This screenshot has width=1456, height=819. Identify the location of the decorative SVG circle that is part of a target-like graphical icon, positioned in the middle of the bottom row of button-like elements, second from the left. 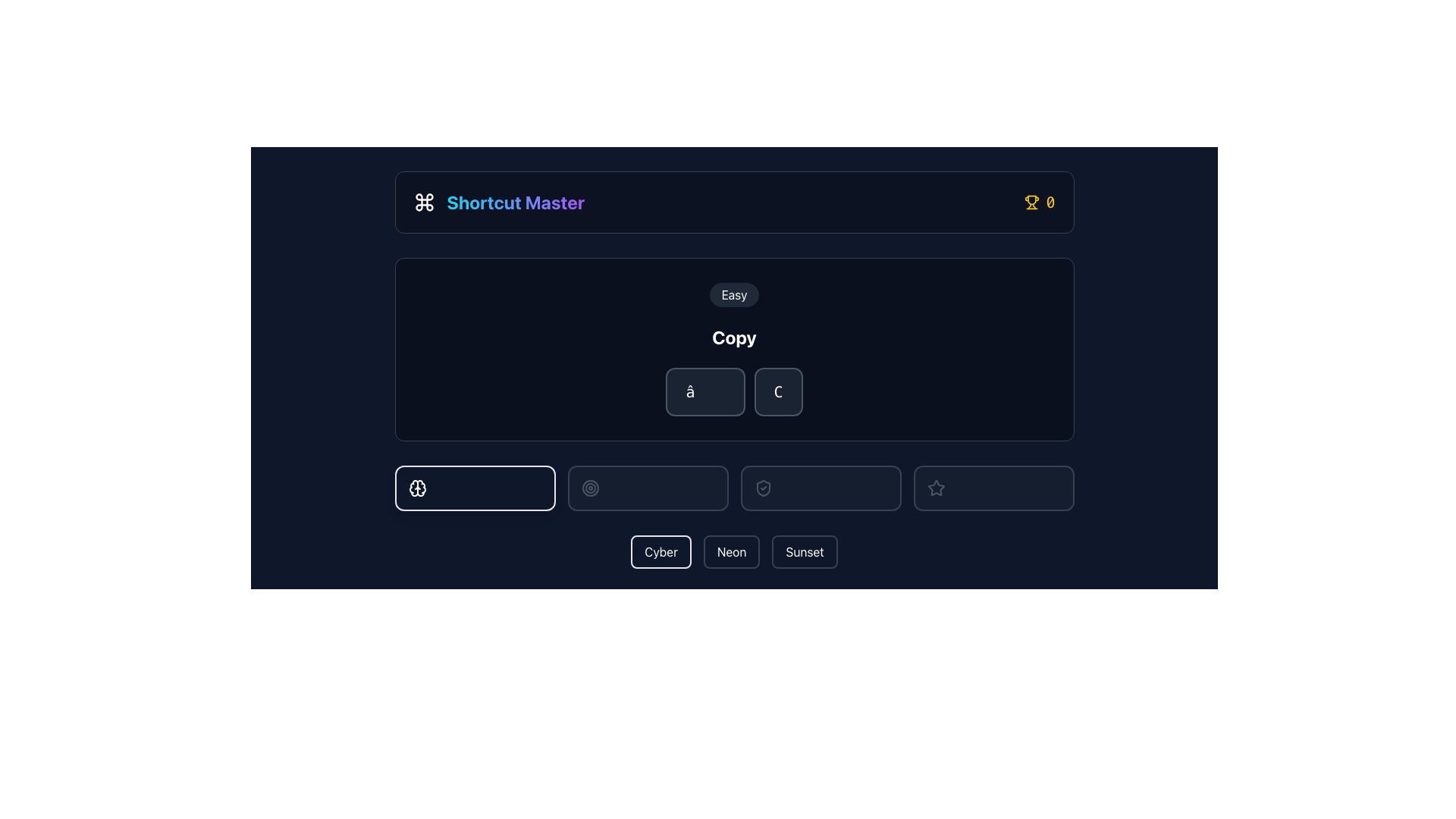
(589, 488).